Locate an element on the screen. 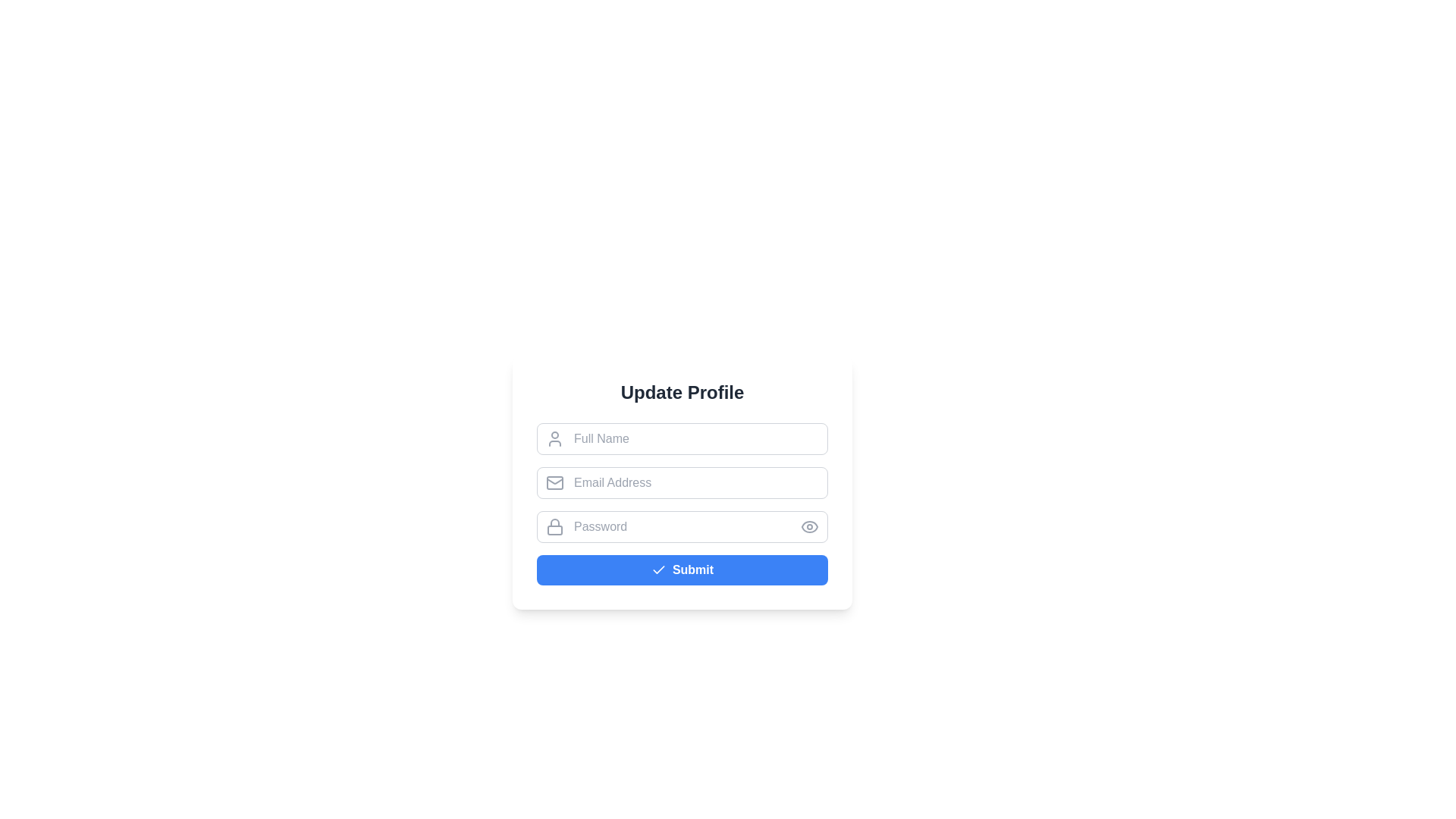  the 'Submit' button with a blue background and white text is located at coordinates (682, 570).